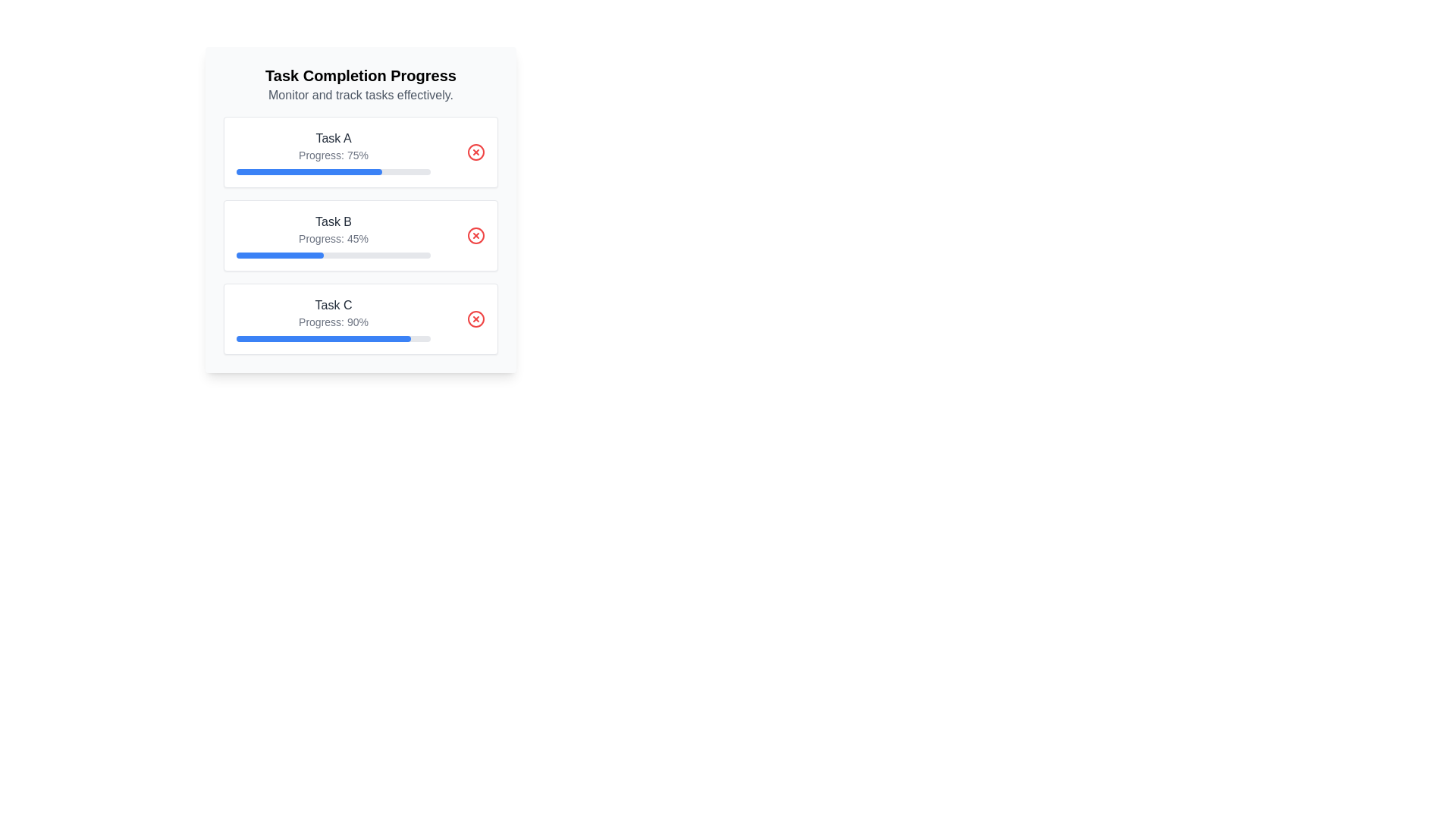 This screenshot has width=1456, height=819. I want to click on the task progress display component for 'Task B', so click(359, 236).